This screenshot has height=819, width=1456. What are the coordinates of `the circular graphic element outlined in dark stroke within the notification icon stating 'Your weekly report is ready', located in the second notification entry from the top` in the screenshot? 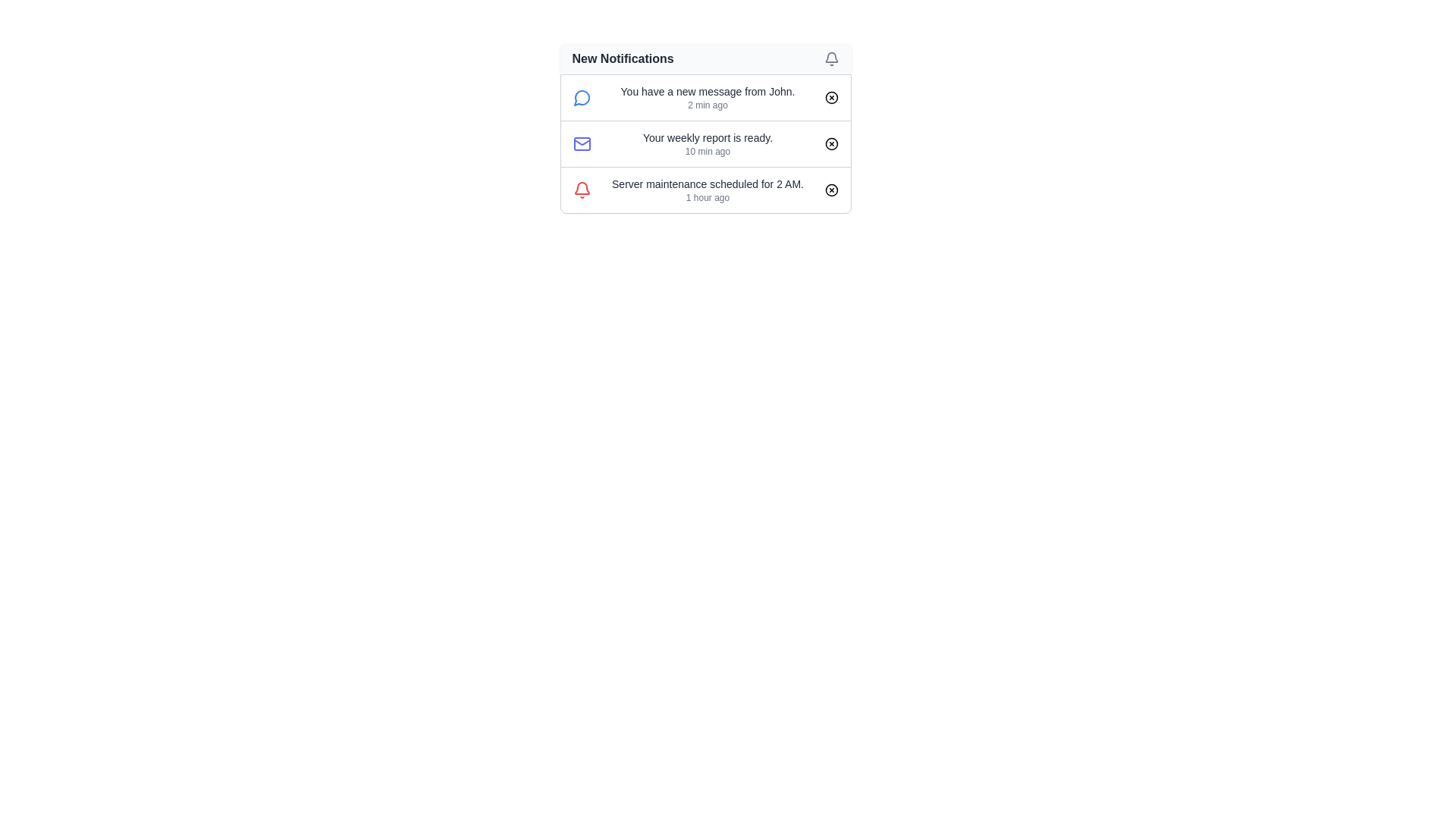 It's located at (830, 143).